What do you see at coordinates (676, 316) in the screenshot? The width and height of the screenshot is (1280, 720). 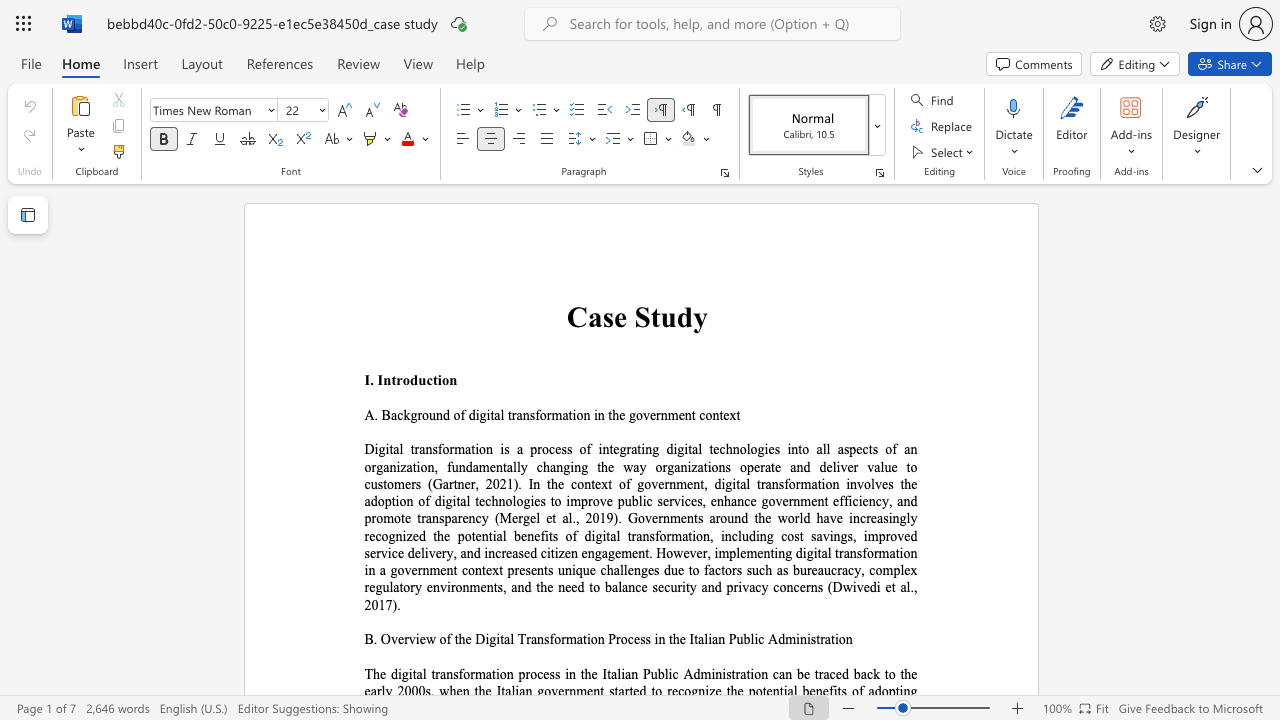 I see `the subset text "dy" within the text "Case Study"` at bounding box center [676, 316].